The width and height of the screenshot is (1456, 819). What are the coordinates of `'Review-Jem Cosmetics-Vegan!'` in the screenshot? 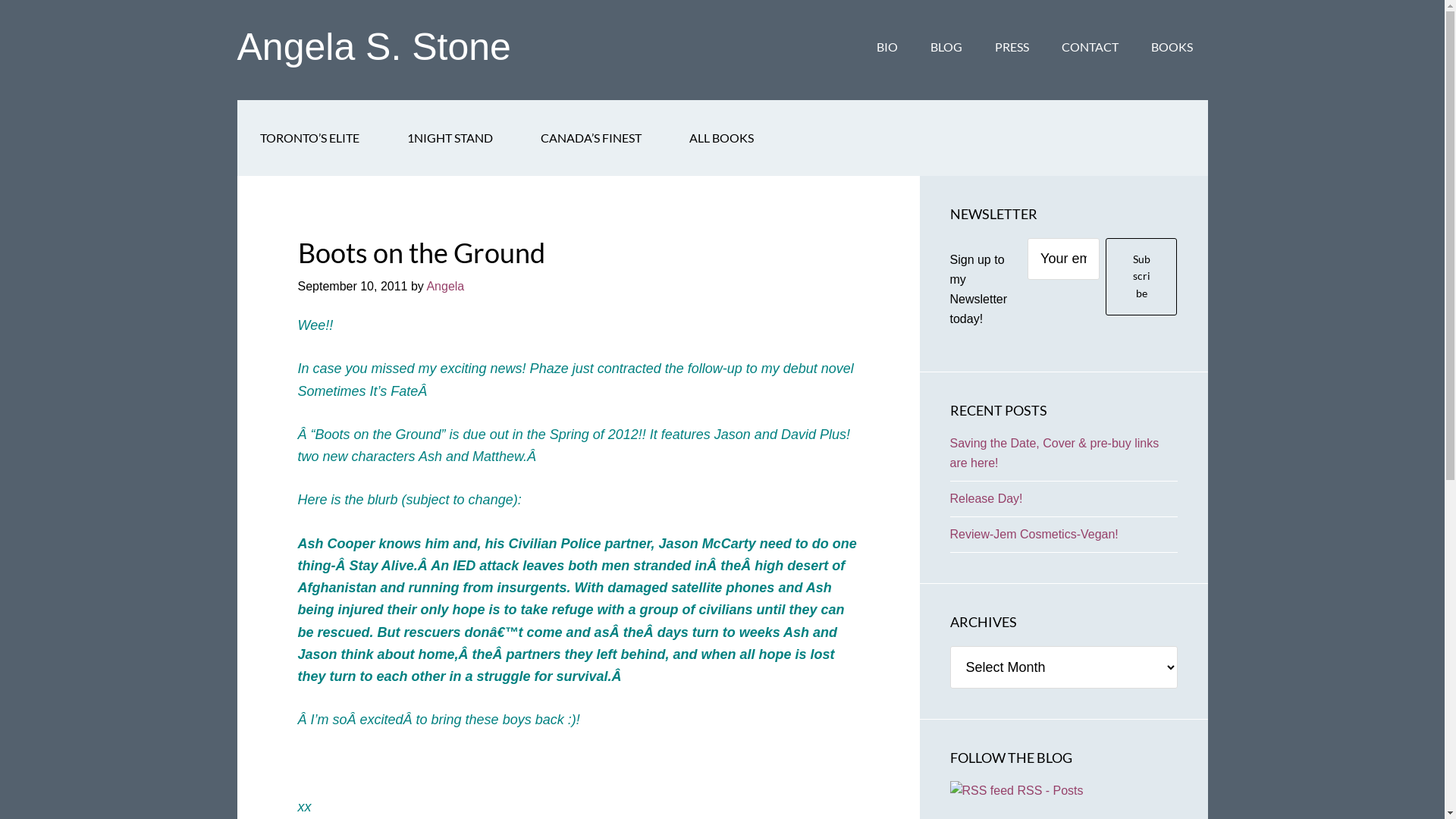 It's located at (1033, 533).